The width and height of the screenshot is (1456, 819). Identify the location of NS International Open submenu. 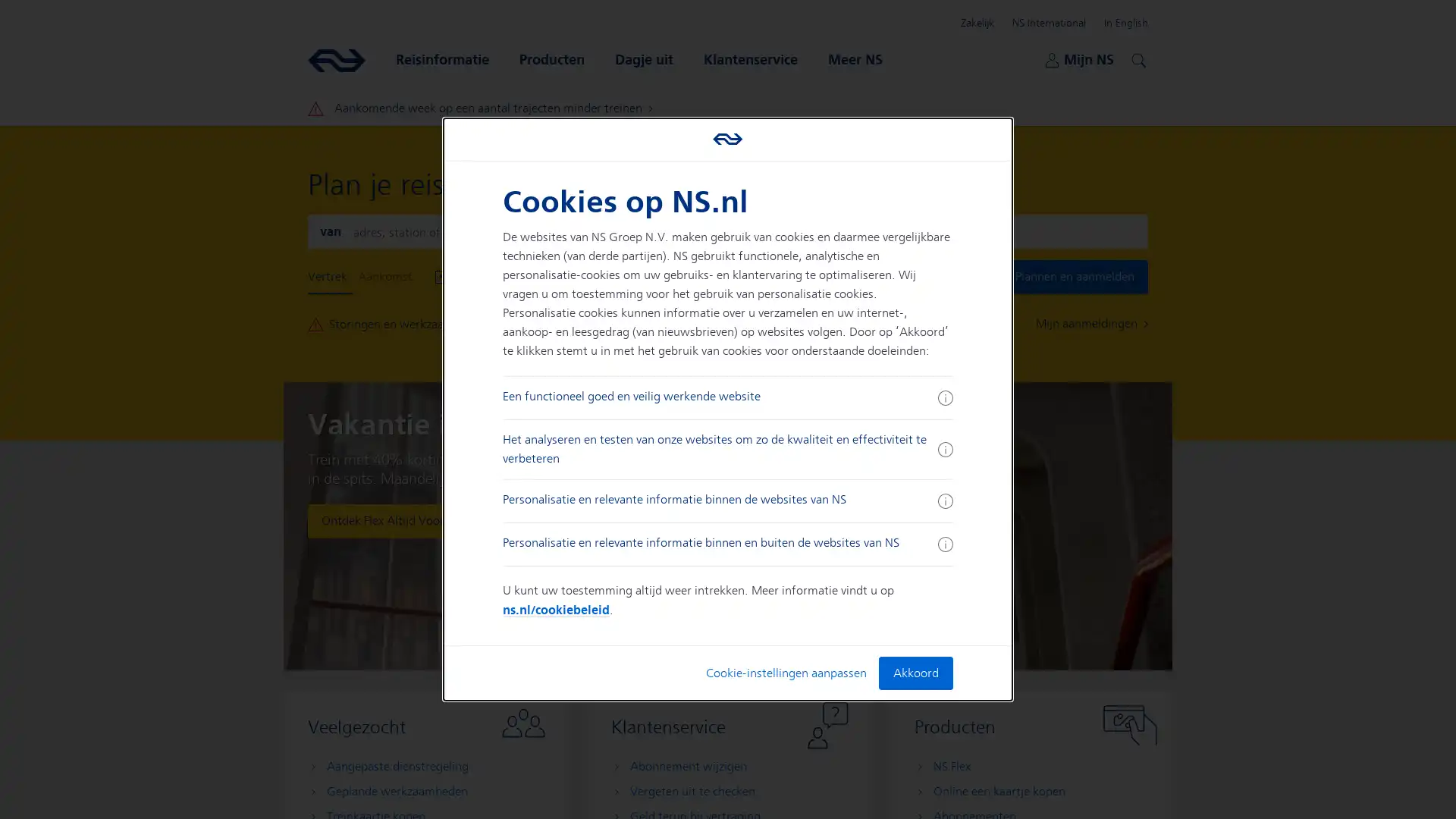
(1048, 23).